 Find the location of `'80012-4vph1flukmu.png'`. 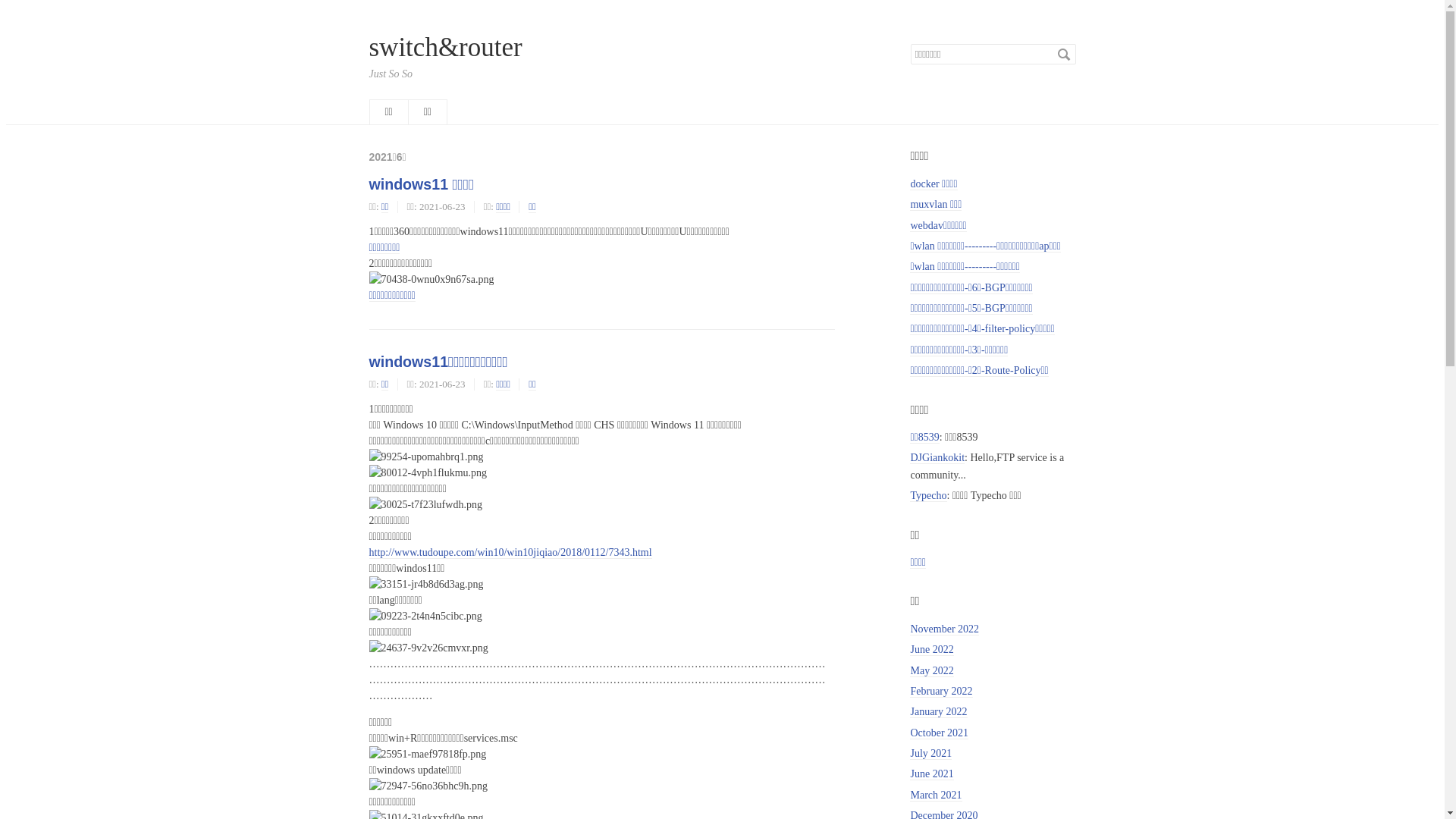

'80012-4vph1flukmu.png' is located at coordinates (426, 472).